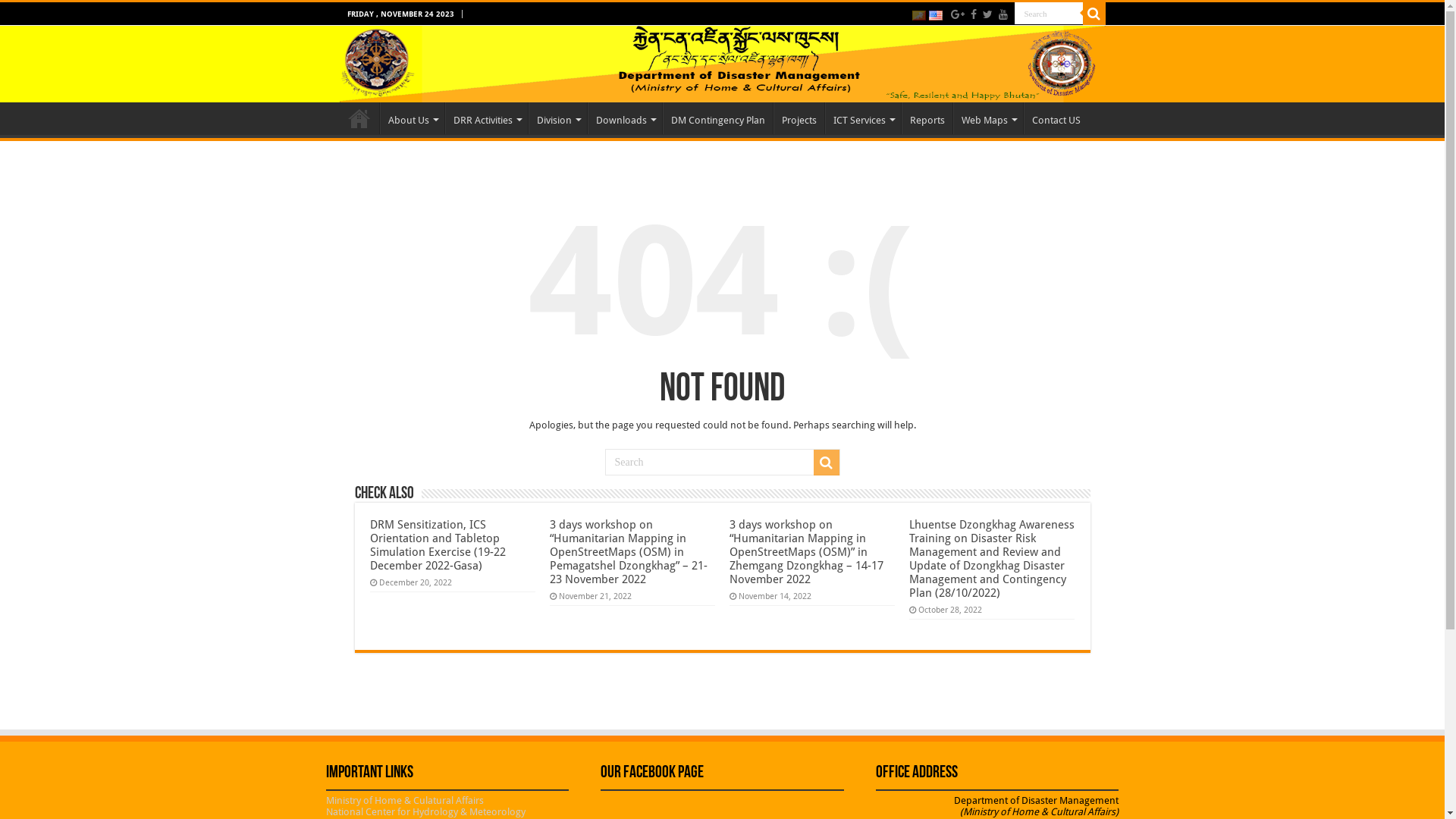 The width and height of the screenshot is (1456, 819). What do you see at coordinates (956, 14) in the screenshot?
I see `'Google+'` at bounding box center [956, 14].